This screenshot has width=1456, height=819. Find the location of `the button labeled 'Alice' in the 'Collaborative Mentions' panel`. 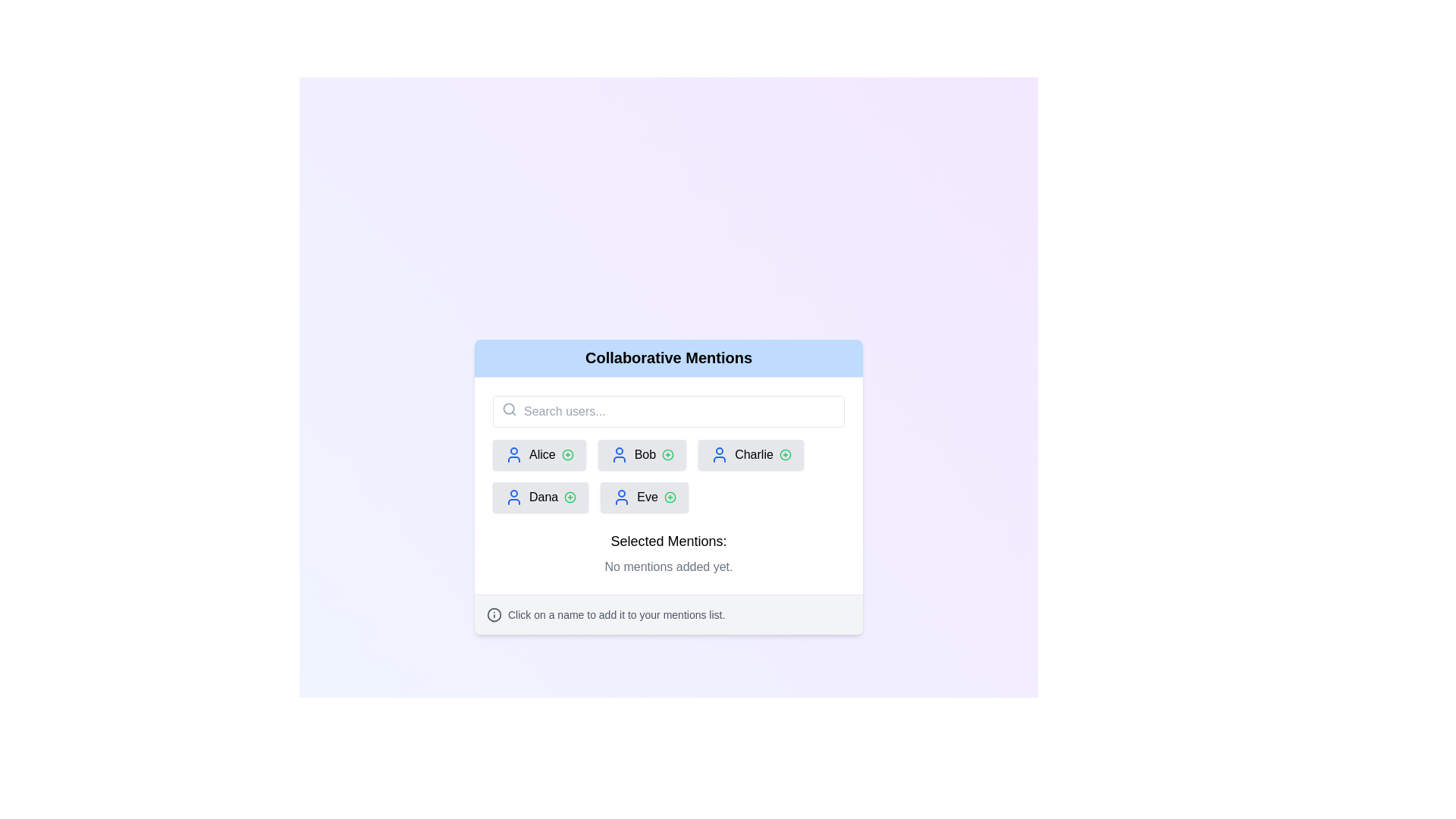

the button labeled 'Alice' in the 'Collaborative Mentions' panel is located at coordinates (539, 453).